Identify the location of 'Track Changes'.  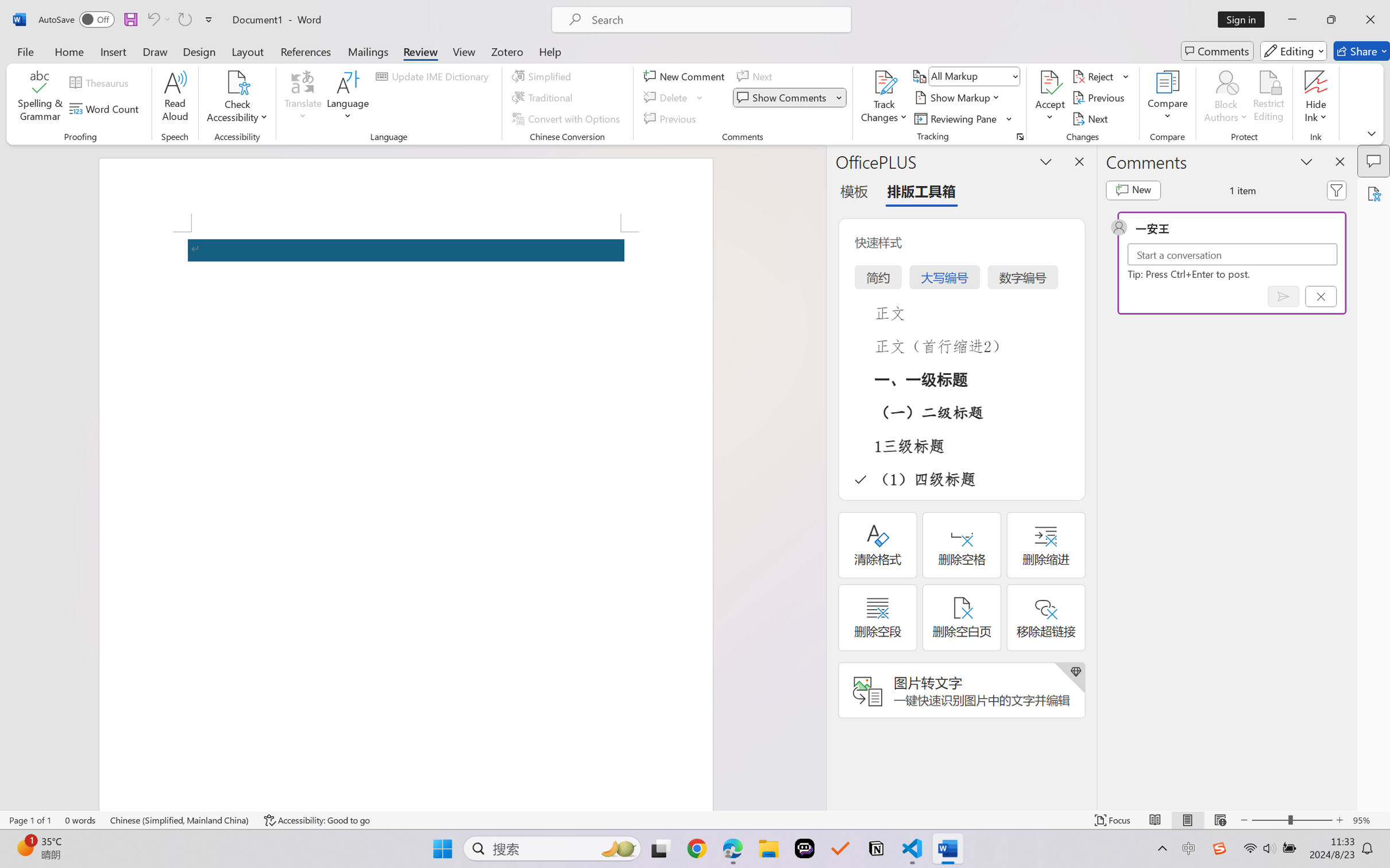
(883, 82).